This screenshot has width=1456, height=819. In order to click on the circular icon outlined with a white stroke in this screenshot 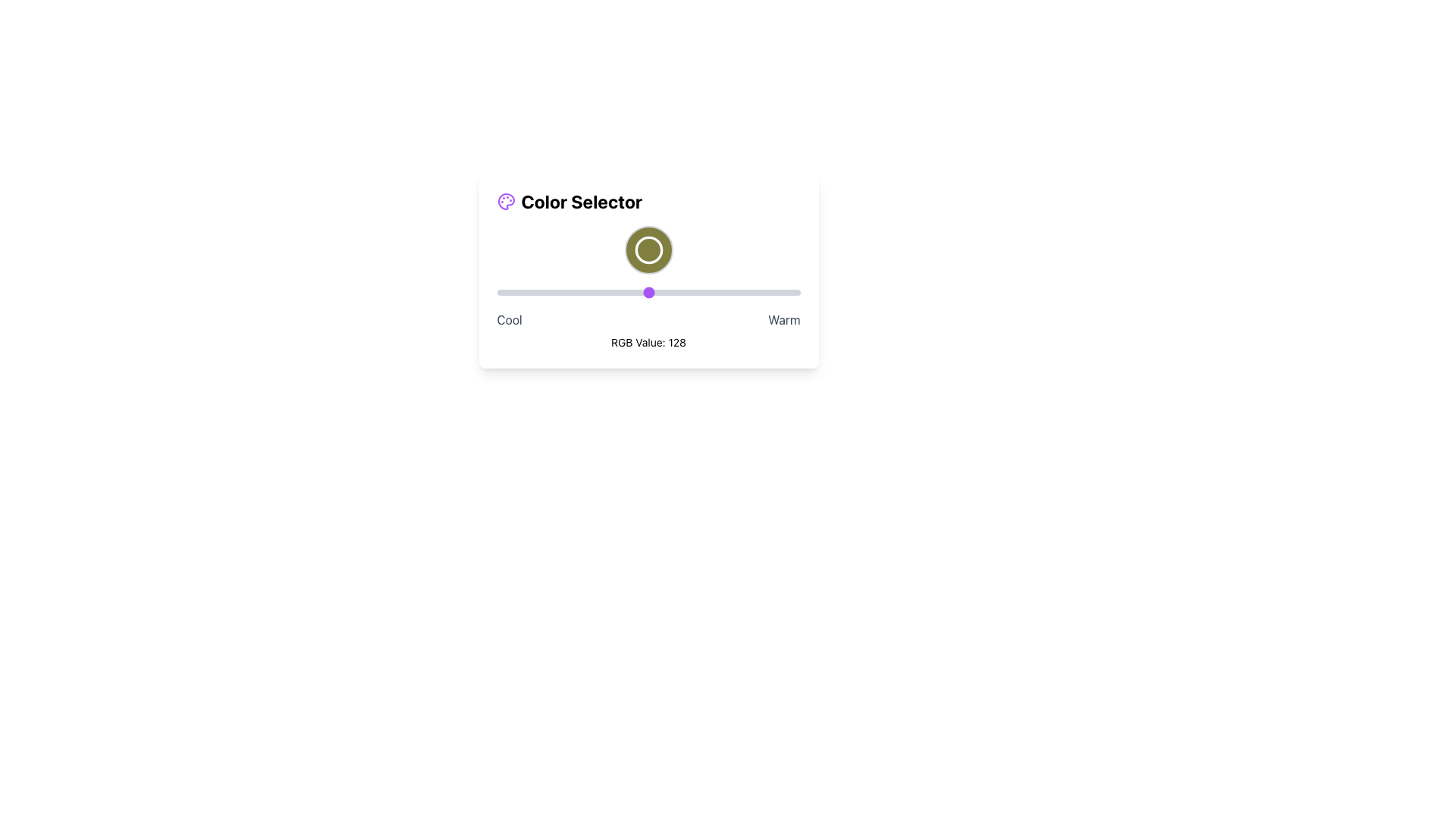, I will do `click(648, 249)`.